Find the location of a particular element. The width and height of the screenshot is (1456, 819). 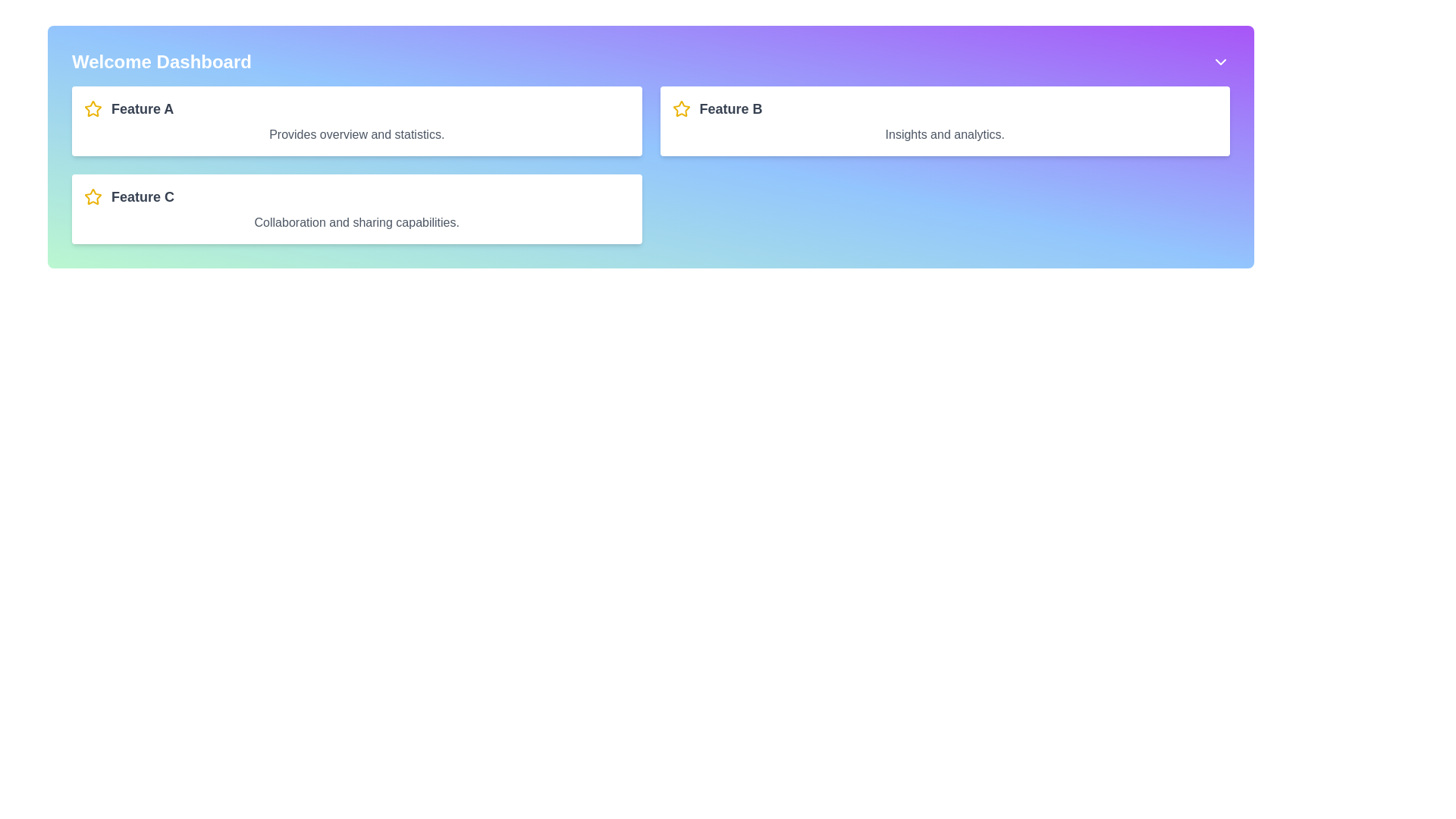

the 'Feature A' text label, which is displayed in bold dark gray, located within the first feature card is located at coordinates (142, 108).